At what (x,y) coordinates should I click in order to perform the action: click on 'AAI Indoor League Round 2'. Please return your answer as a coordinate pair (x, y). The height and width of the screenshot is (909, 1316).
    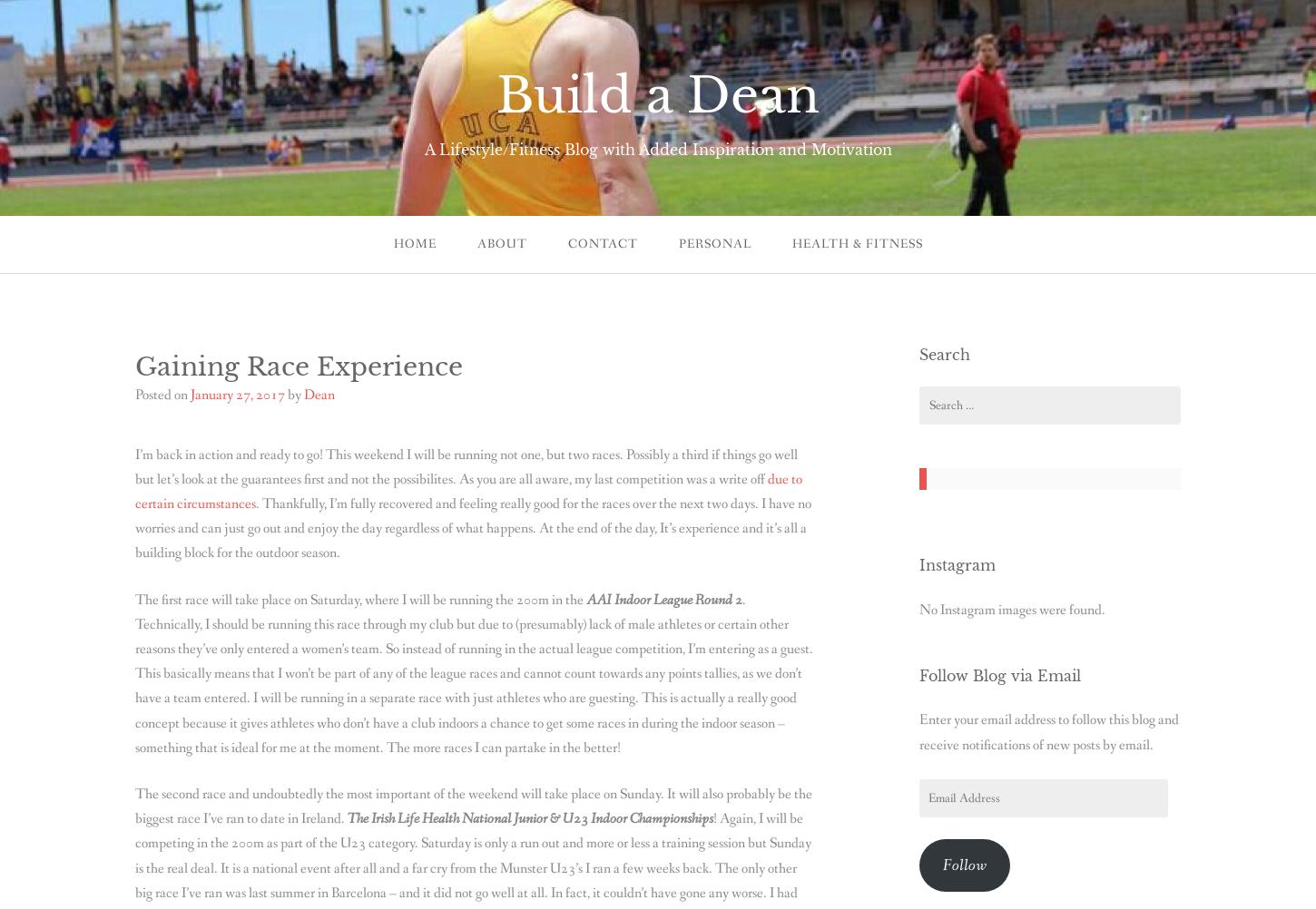
    Looking at the image, I should click on (663, 598).